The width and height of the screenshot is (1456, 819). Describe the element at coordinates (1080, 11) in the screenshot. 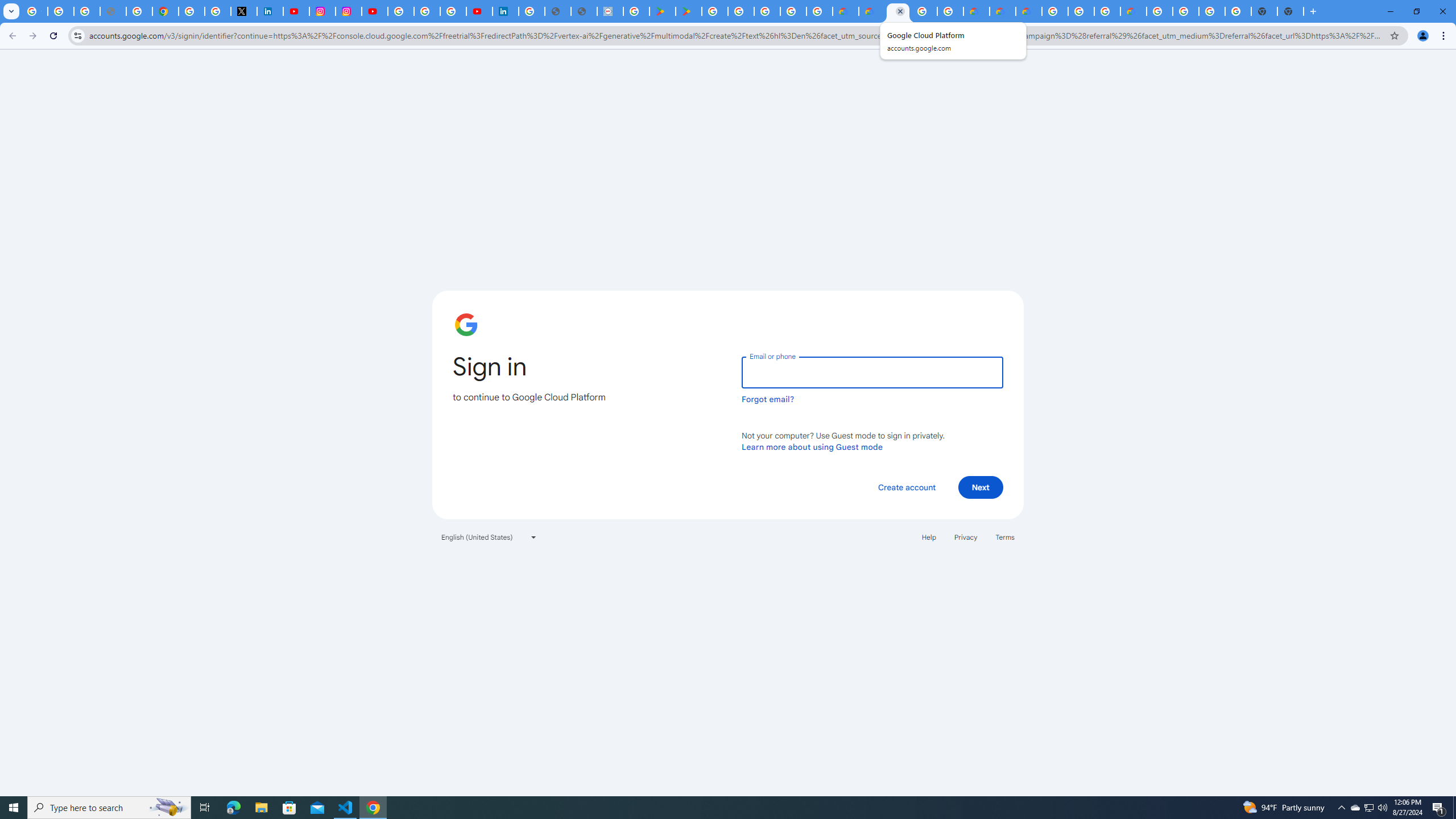

I see `'Browse Chrome as a guest - Computer - Google Chrome Help'` at that location.